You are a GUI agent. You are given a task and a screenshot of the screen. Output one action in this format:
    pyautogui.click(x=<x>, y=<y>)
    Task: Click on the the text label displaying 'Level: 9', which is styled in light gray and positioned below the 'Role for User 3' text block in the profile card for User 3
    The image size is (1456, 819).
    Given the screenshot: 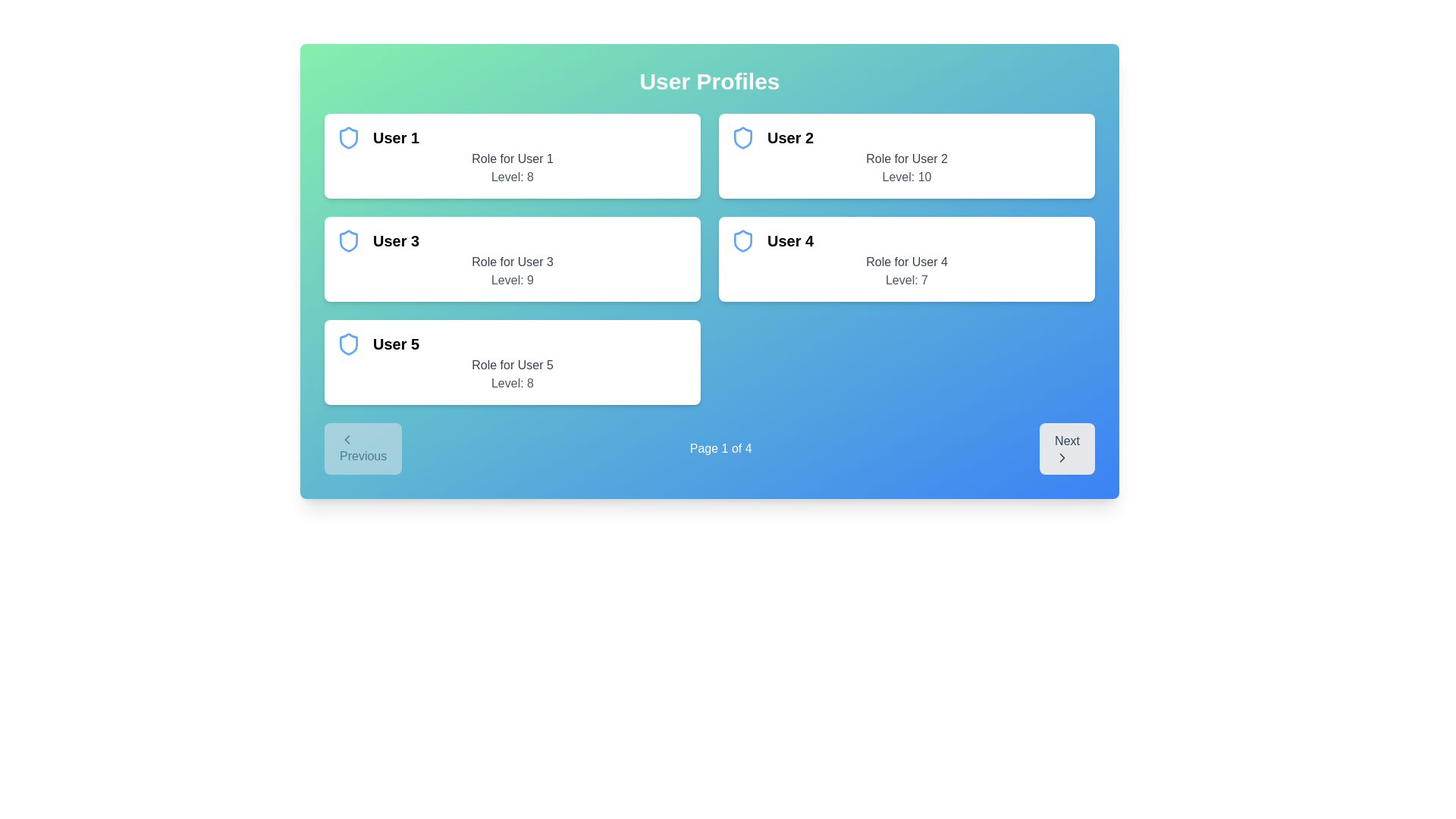 What is the action you would take?
    pyautogui.click(x=513, y=281)
    